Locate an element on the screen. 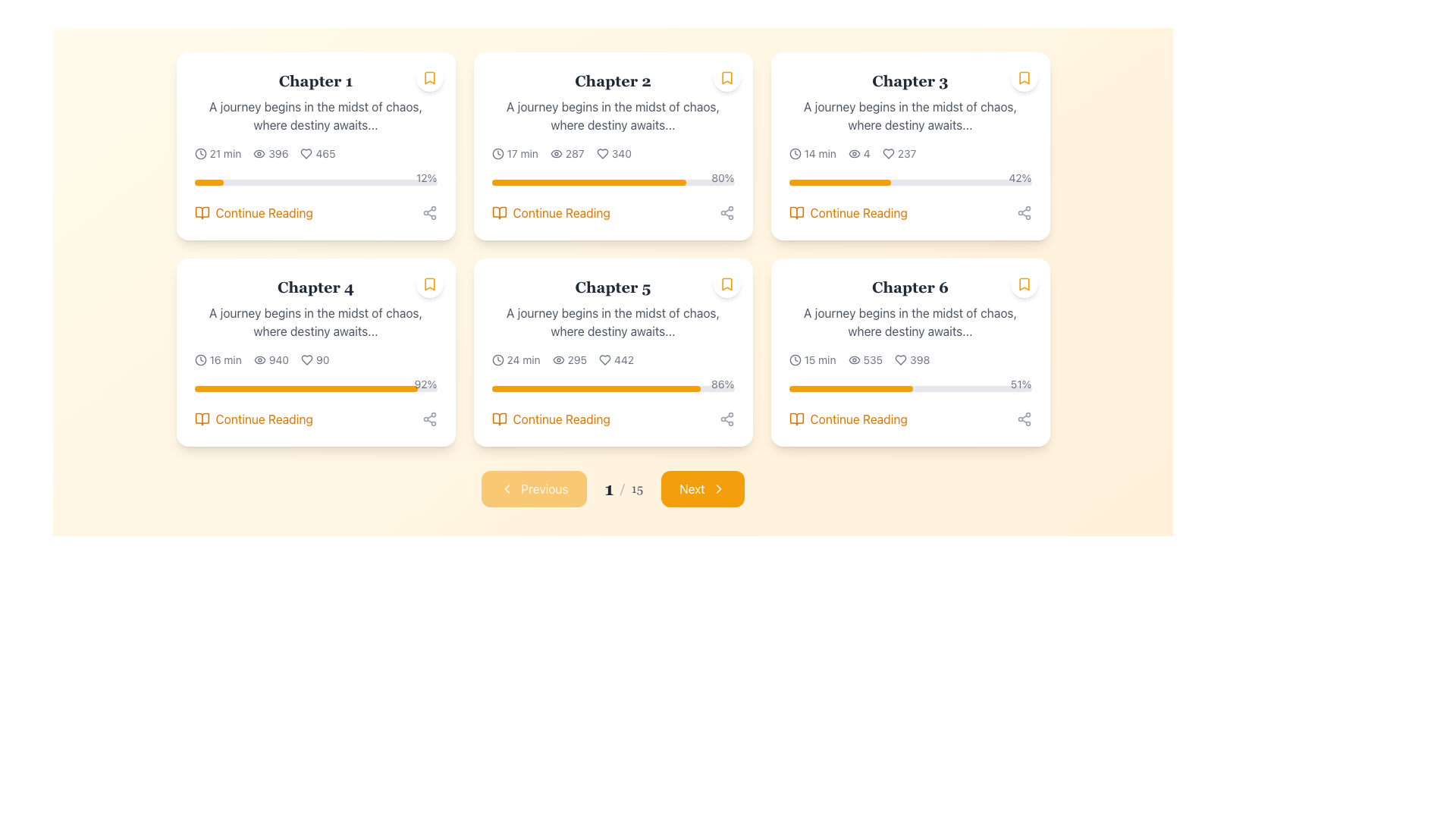 This screenshot has height=819, width=1456. the static text display showing '287', located next to the eye icon in the detailed stats section of 'Chapter 2' is located at coordinates (574, 154).